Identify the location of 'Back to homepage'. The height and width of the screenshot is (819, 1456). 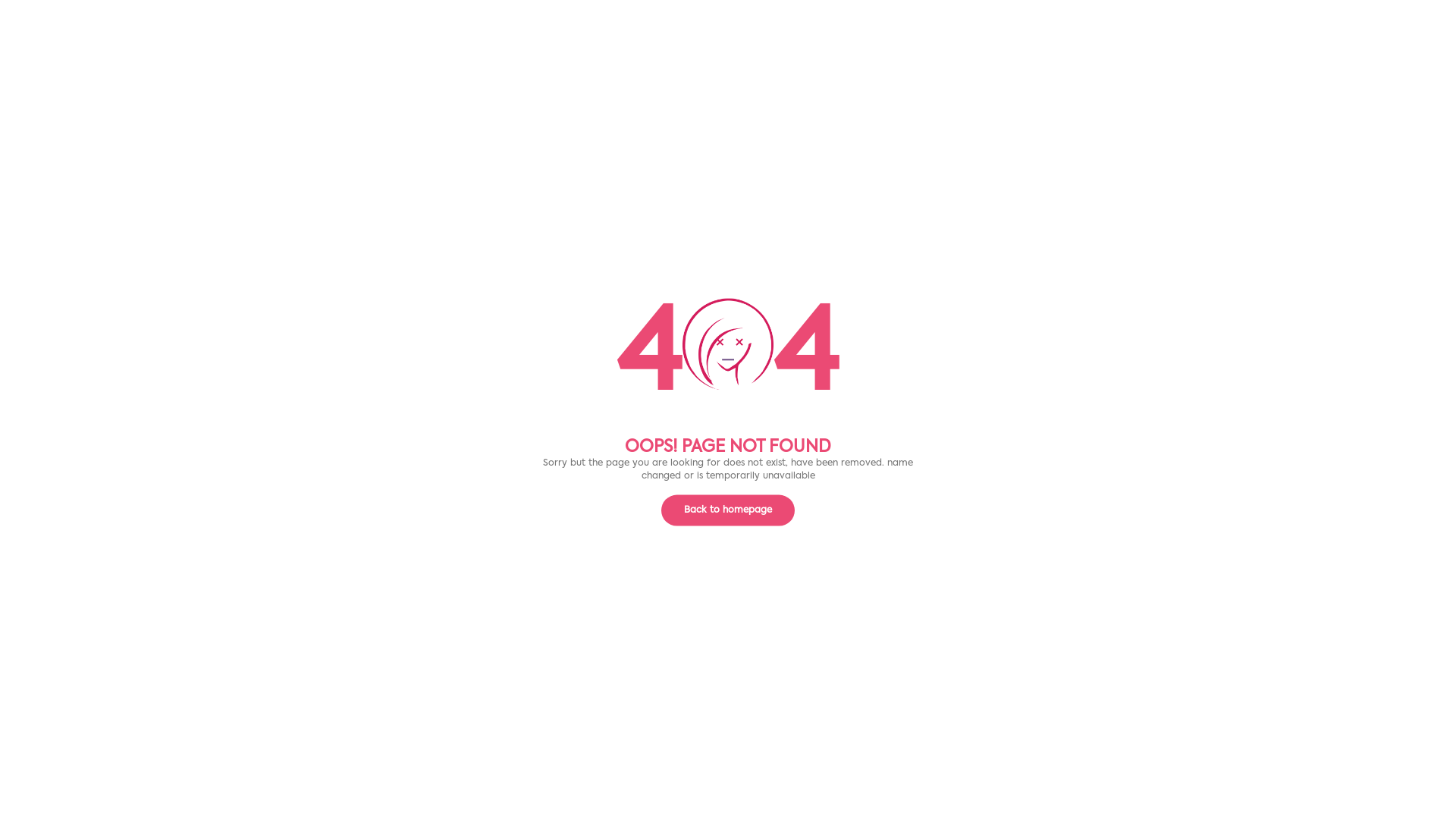
(728, 510).